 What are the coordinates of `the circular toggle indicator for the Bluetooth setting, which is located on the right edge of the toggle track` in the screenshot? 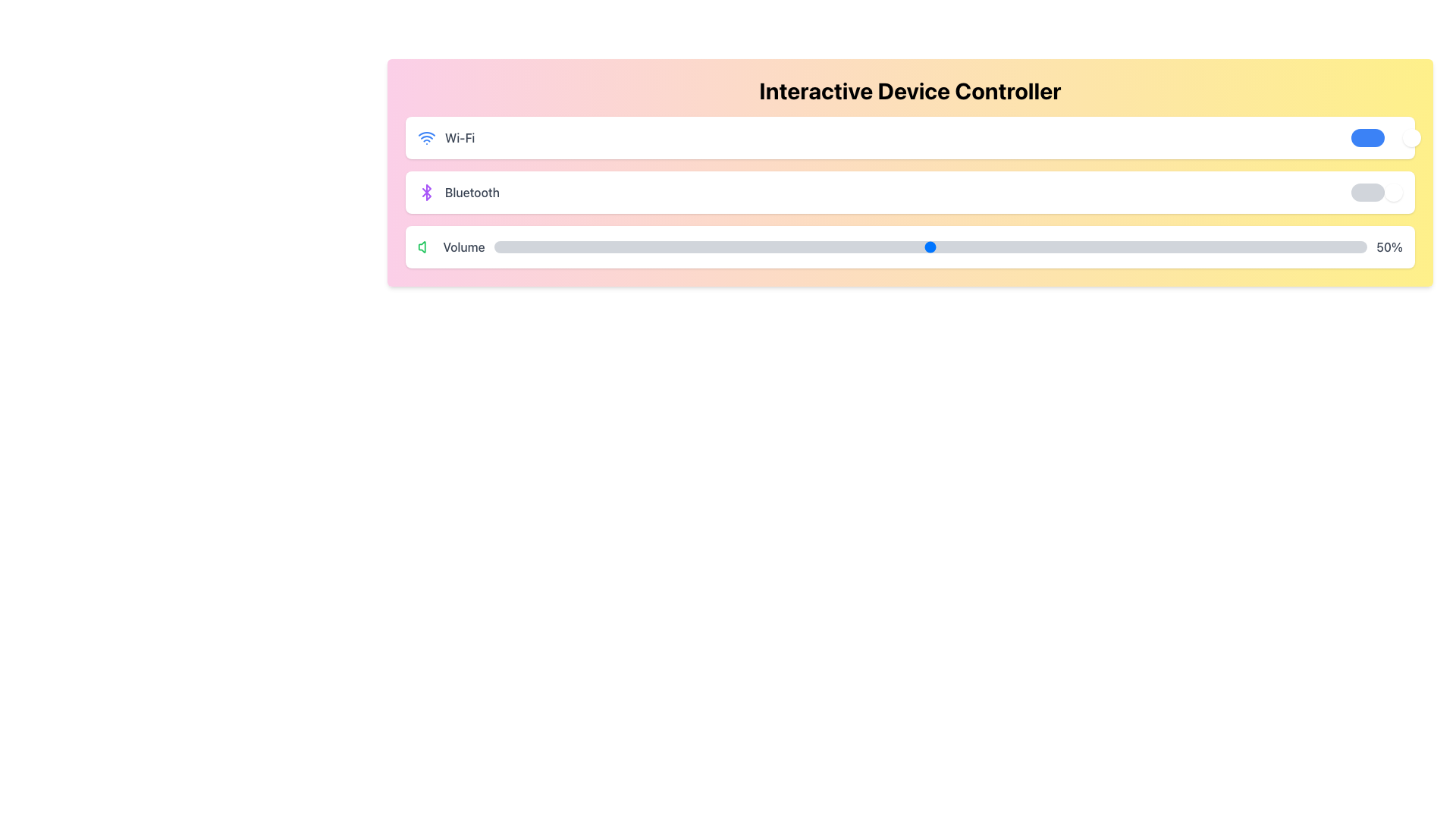 It's located at (1394, 192).